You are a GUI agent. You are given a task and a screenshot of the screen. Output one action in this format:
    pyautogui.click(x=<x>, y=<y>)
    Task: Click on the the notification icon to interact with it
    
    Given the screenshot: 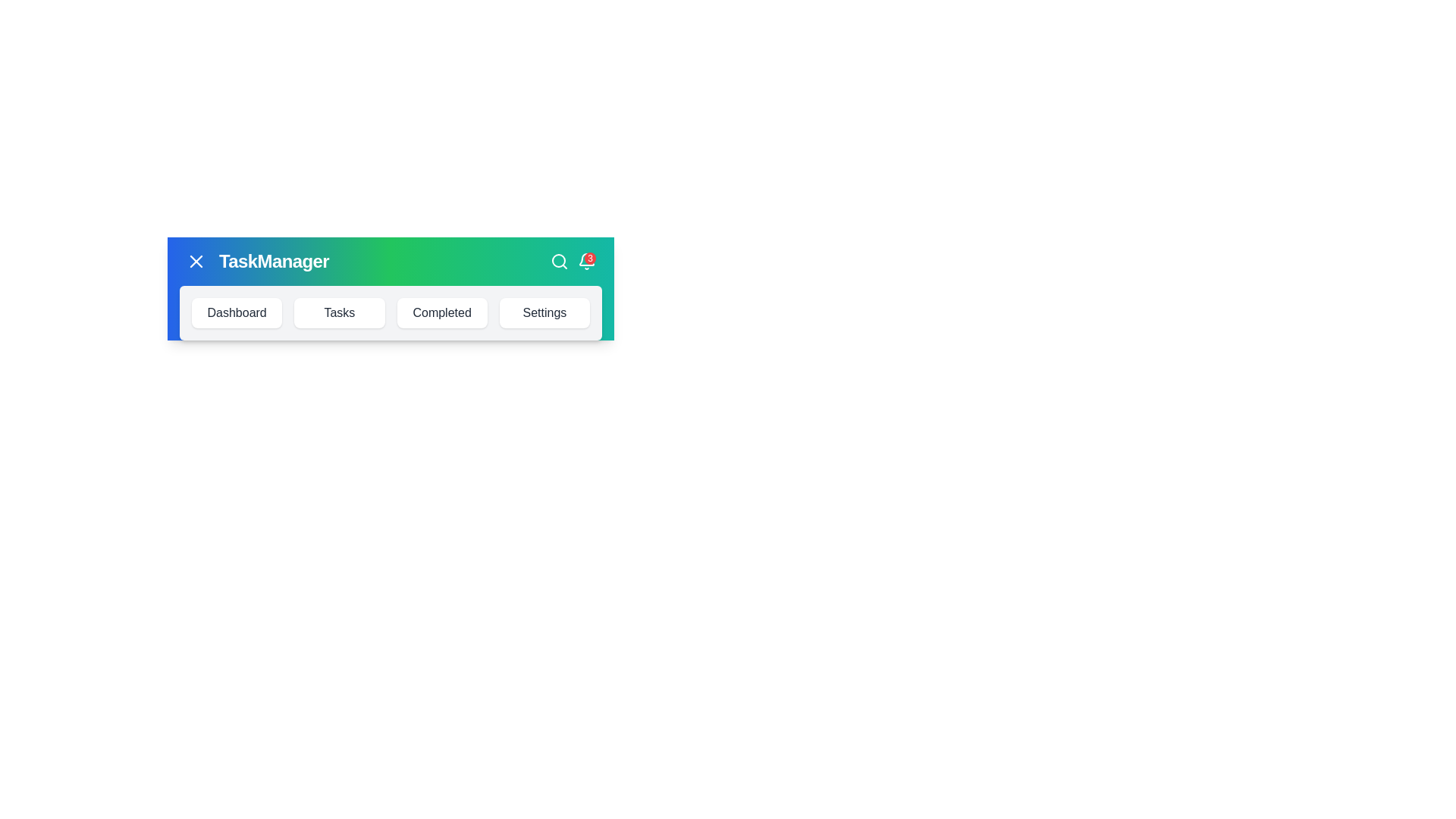 What is the action you would take?
    pyautogui.click(x=585, y=260)
    